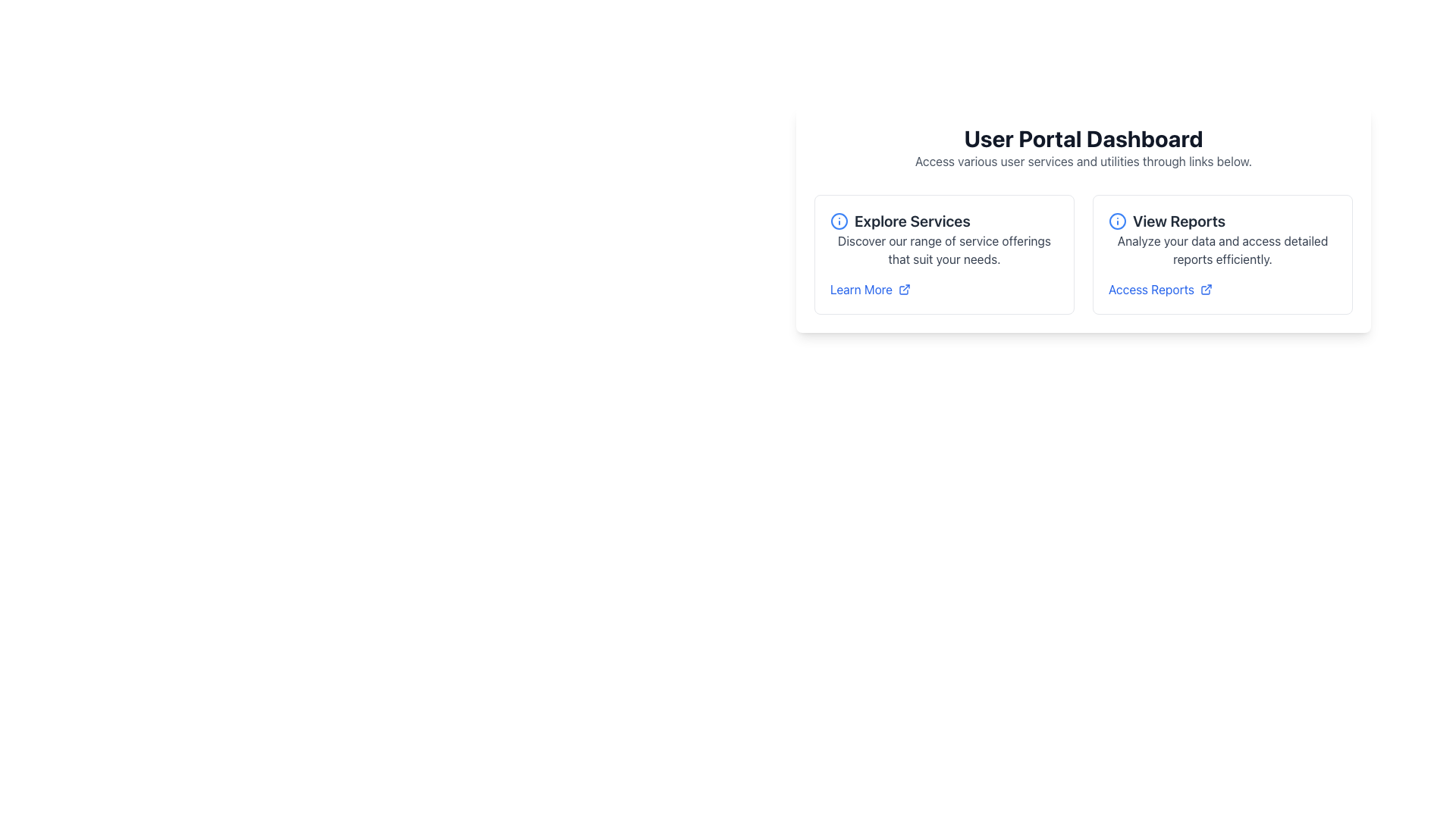  I want to click on the third icon in the 'View Reports' section, located below the 'Access Reports' text, so click(1204, 290).